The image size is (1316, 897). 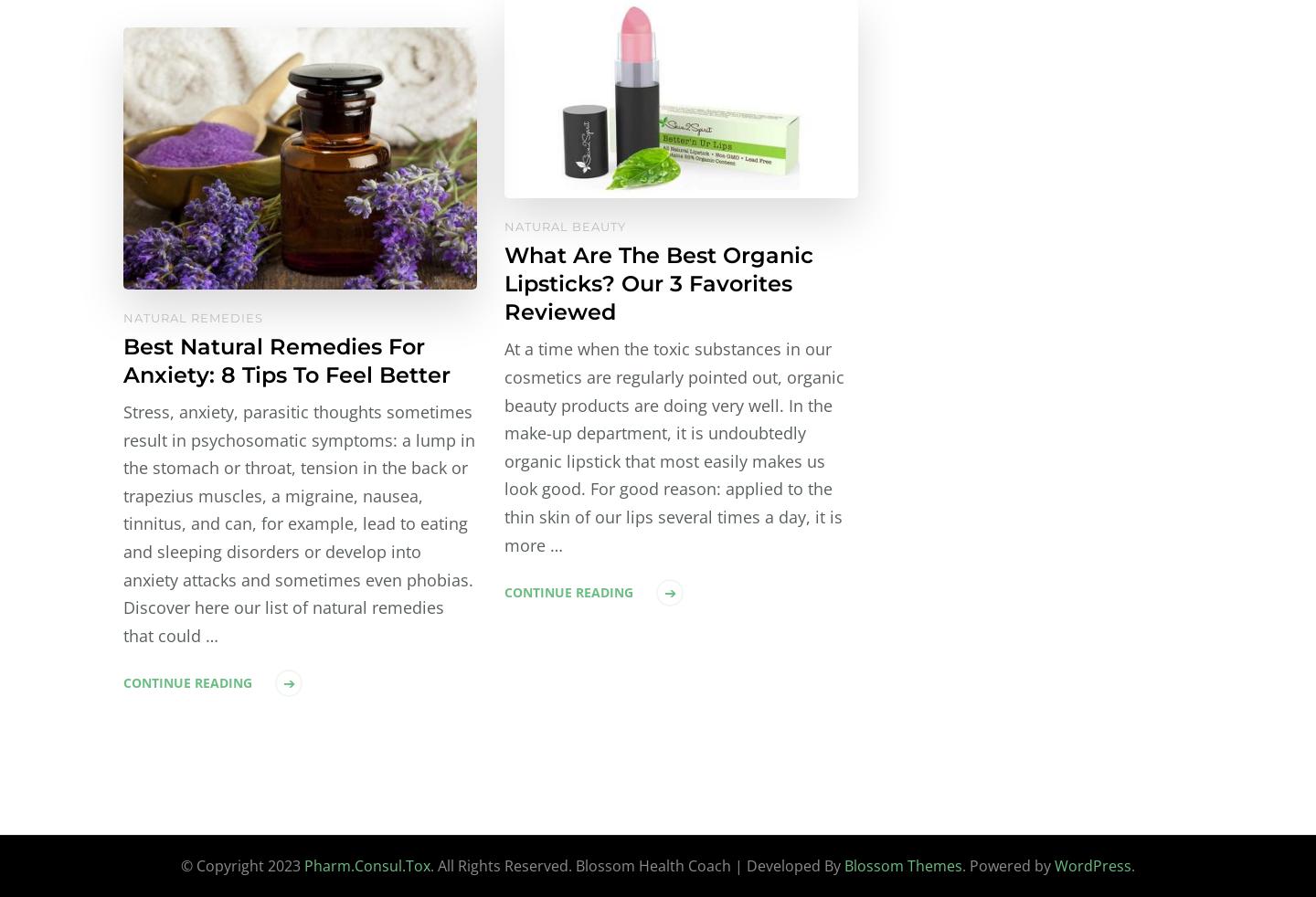 I want to click on 'Stress, anxiety, parasitic thoughts sometimes result in psychosomatic symptoms: a lump in the stomach or throat, tension in the back or trapezius muscles, a migraine, nausea, tinnitus, and can, for example, lead to eating and sleeping disorders or develop into anxiety attacks and sometimes even phobias. Discover here our list of natural remedies that could …', so click(x=299, y=522).